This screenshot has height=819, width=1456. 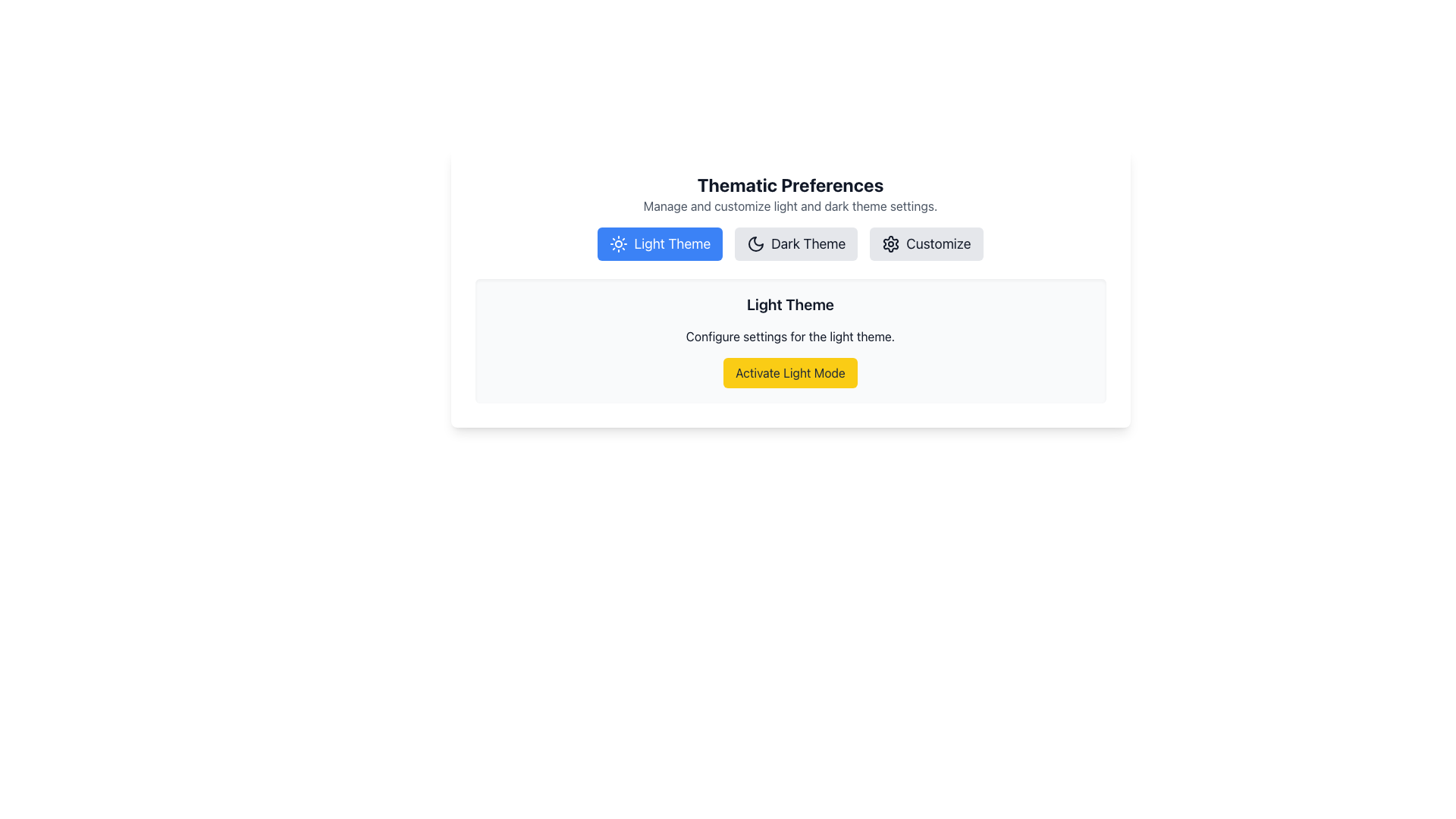 I want to click on the 'Light Theme' button, so click(x=660, y=243).